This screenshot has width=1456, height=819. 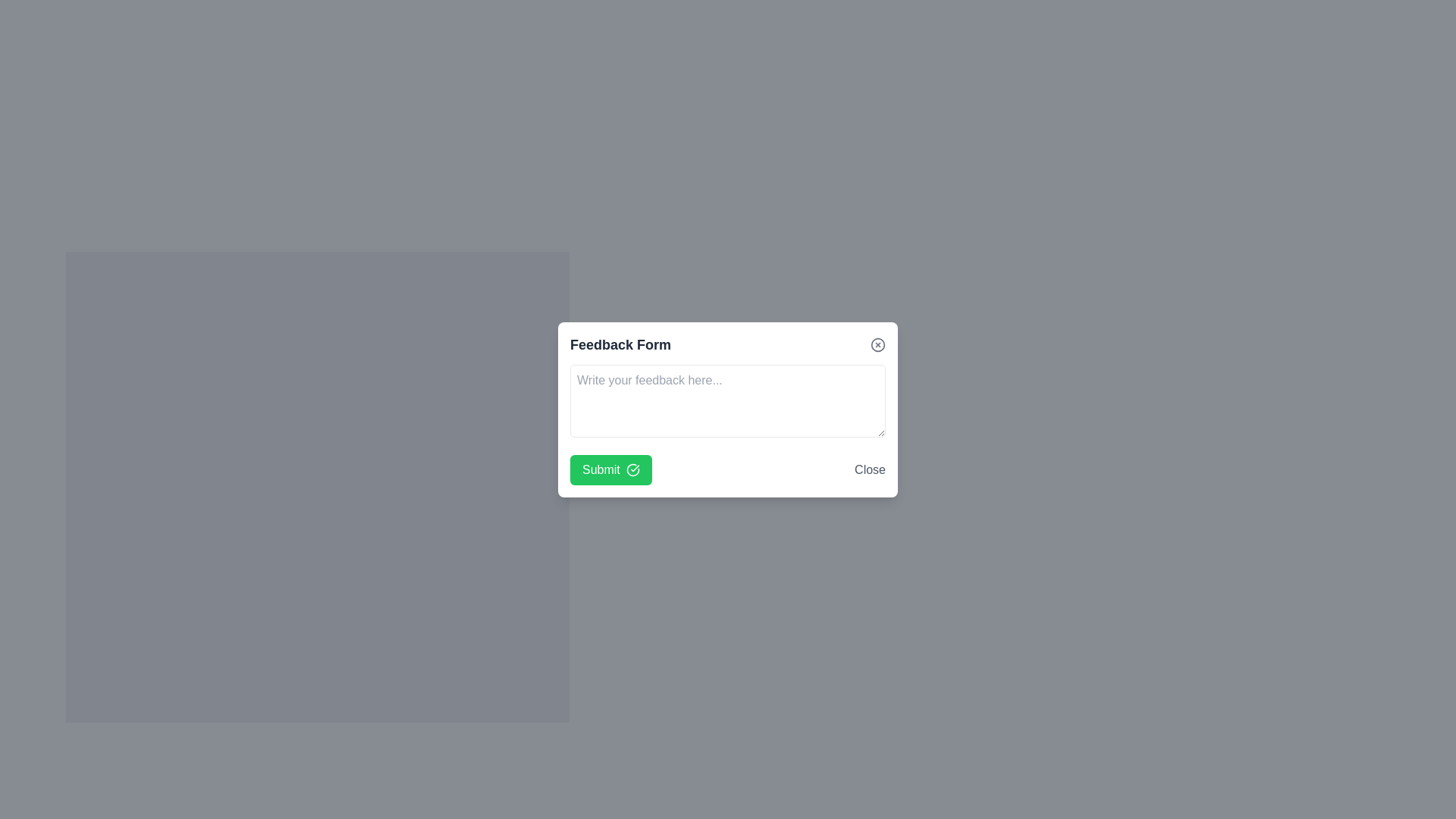 I want to click on the text area and type the feedback 'This is my feedback', so click(x=728, y=400).